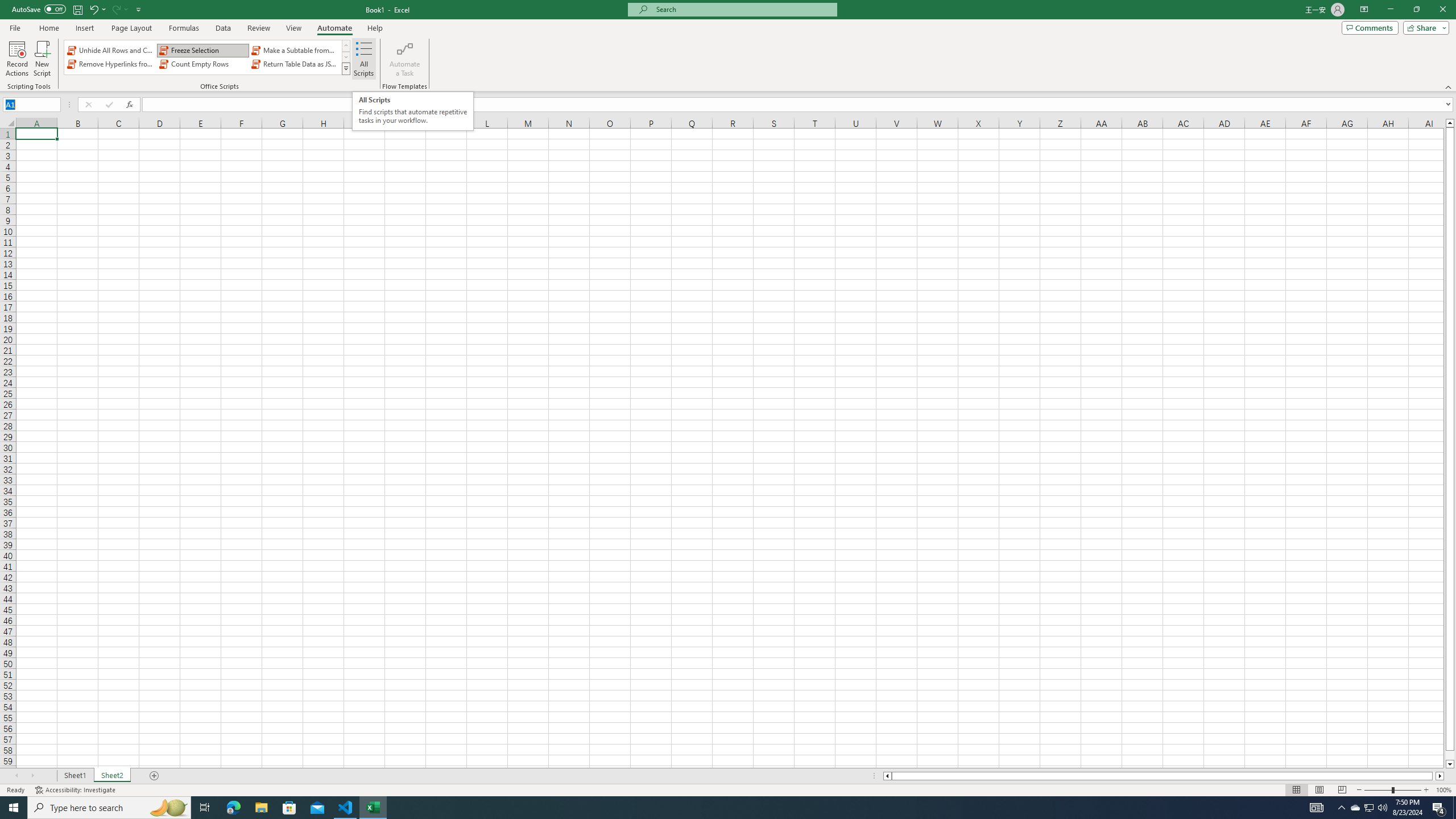  What do you see at coordinates (294, 50) in the screenshot?
I see `'Make a Subtable from a Selection'` at bounding box center [294, 50].